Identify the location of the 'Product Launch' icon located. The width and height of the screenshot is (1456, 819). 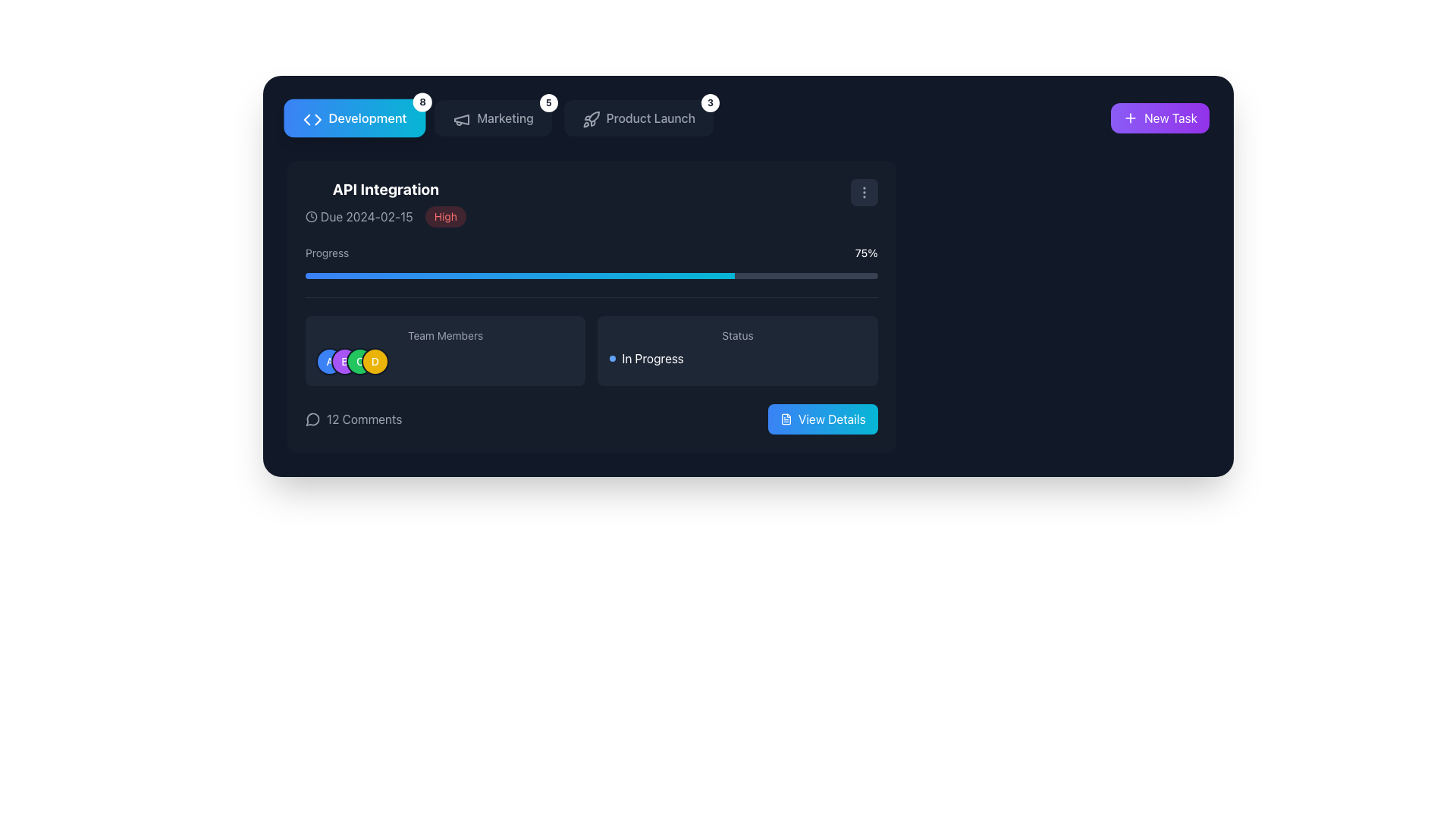
(588, 117).